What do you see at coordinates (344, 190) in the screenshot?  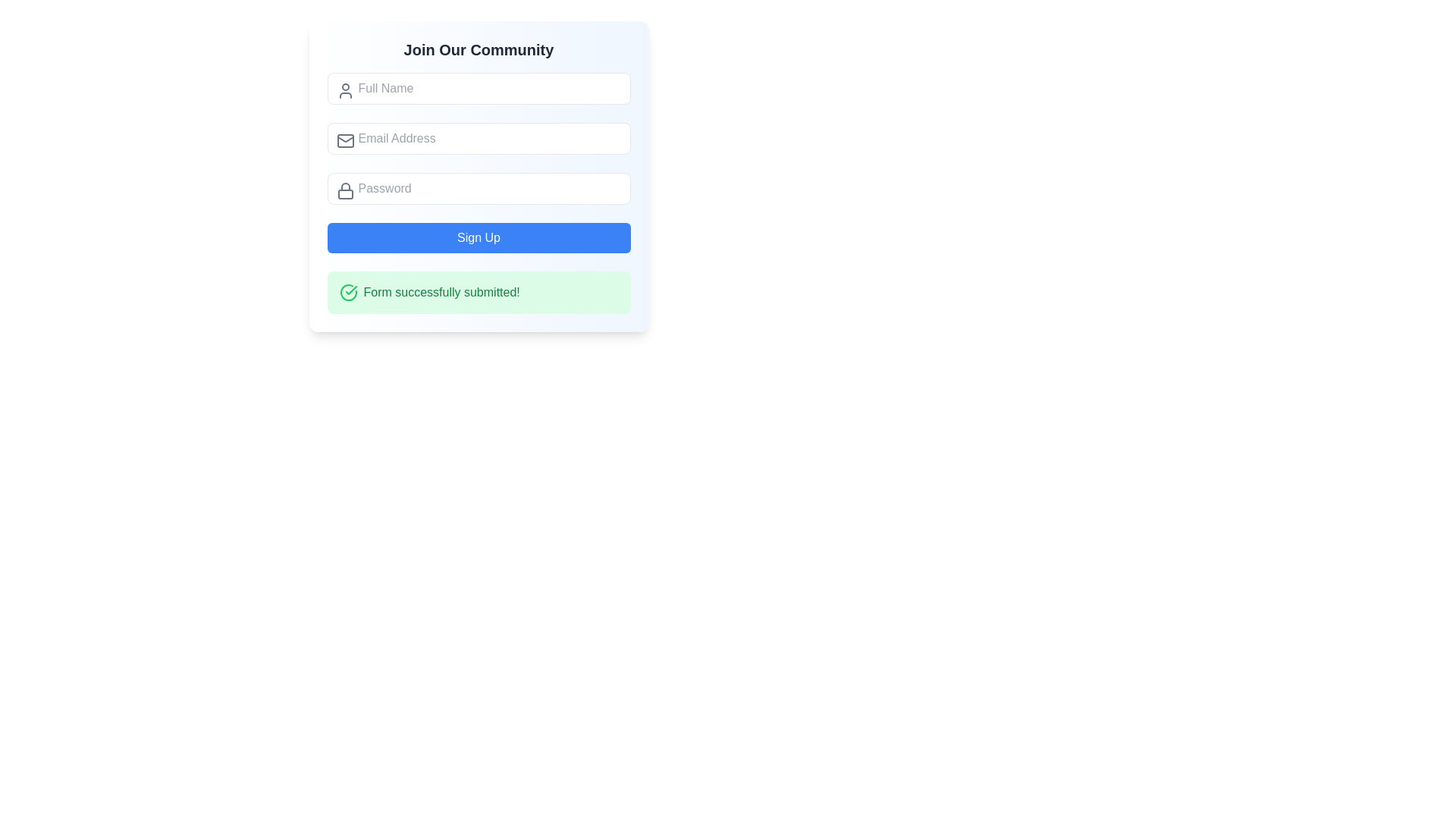 I see `the small gray padlock icon located at the top left corner of the password input field, which serves as a visual indicator of the input field's purpose` at bounding box center [344, 190].